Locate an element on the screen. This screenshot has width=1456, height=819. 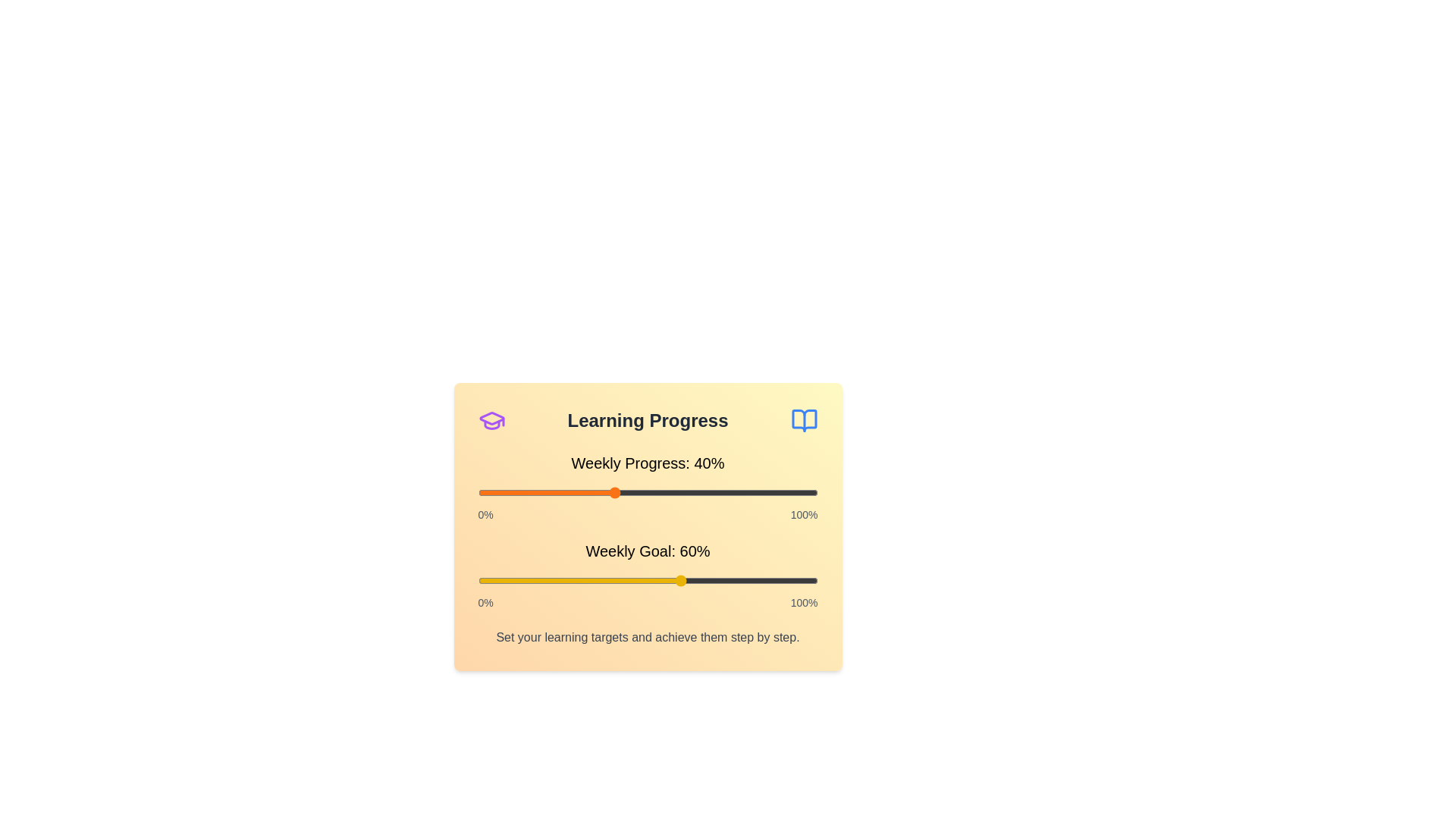
the 'Weekly Goal' slider to 88% is located at coordinates (777, 580).